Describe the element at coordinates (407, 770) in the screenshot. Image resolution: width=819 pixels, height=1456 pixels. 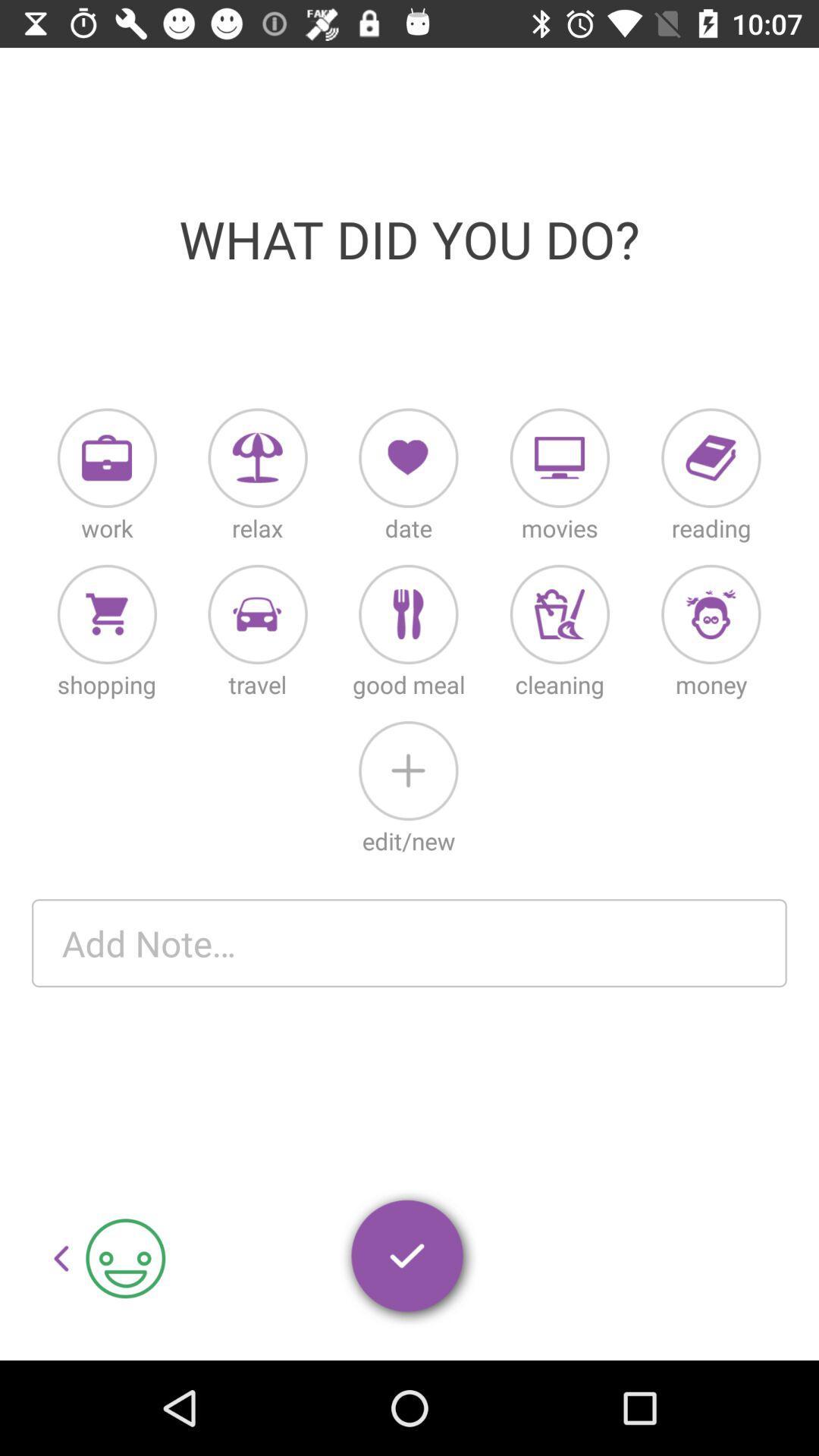
I see `the symbol above editnew` at that location.